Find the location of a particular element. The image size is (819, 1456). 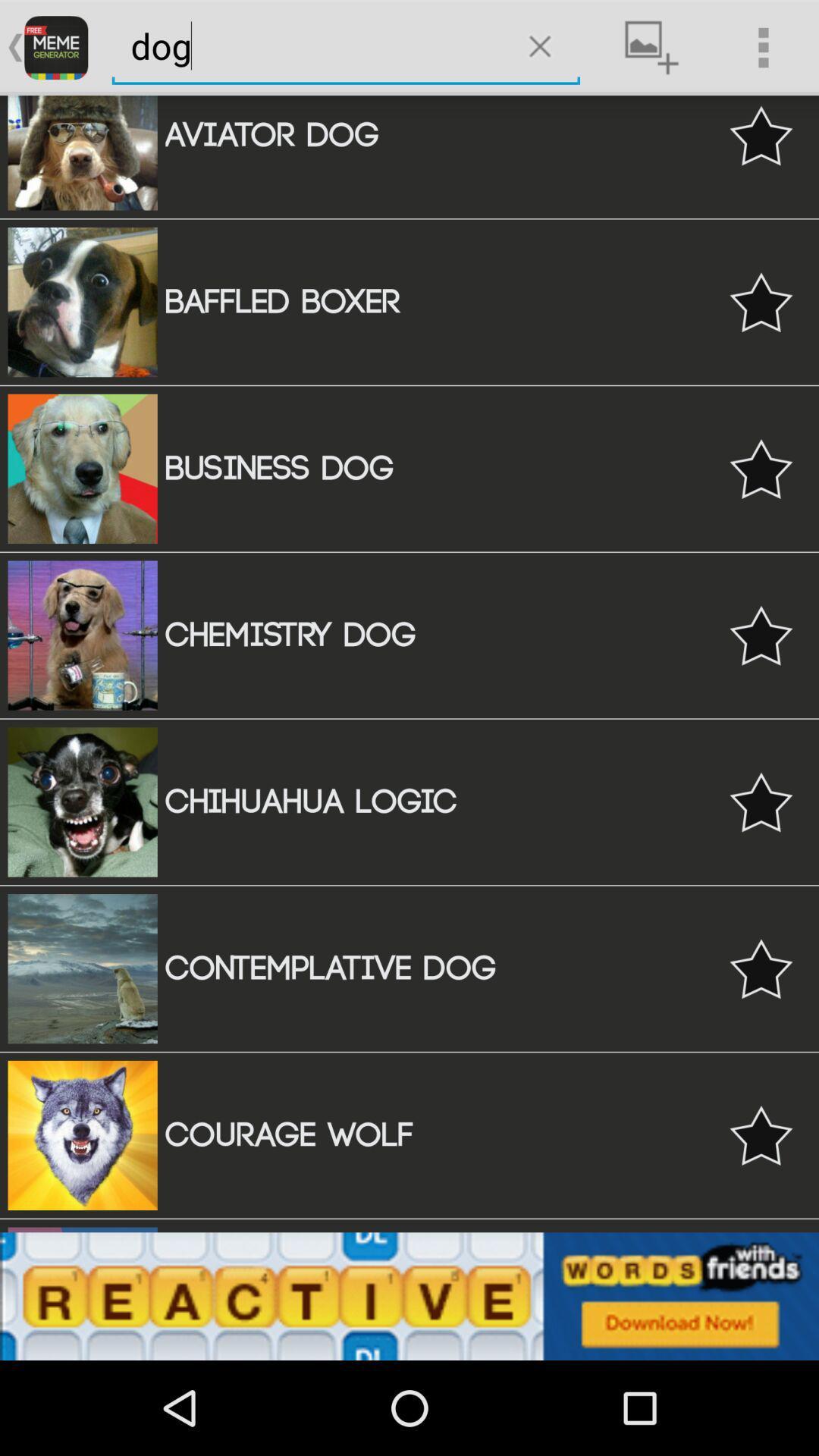

the second image on the top left corner of the web page is located at coordinates (83, 302).